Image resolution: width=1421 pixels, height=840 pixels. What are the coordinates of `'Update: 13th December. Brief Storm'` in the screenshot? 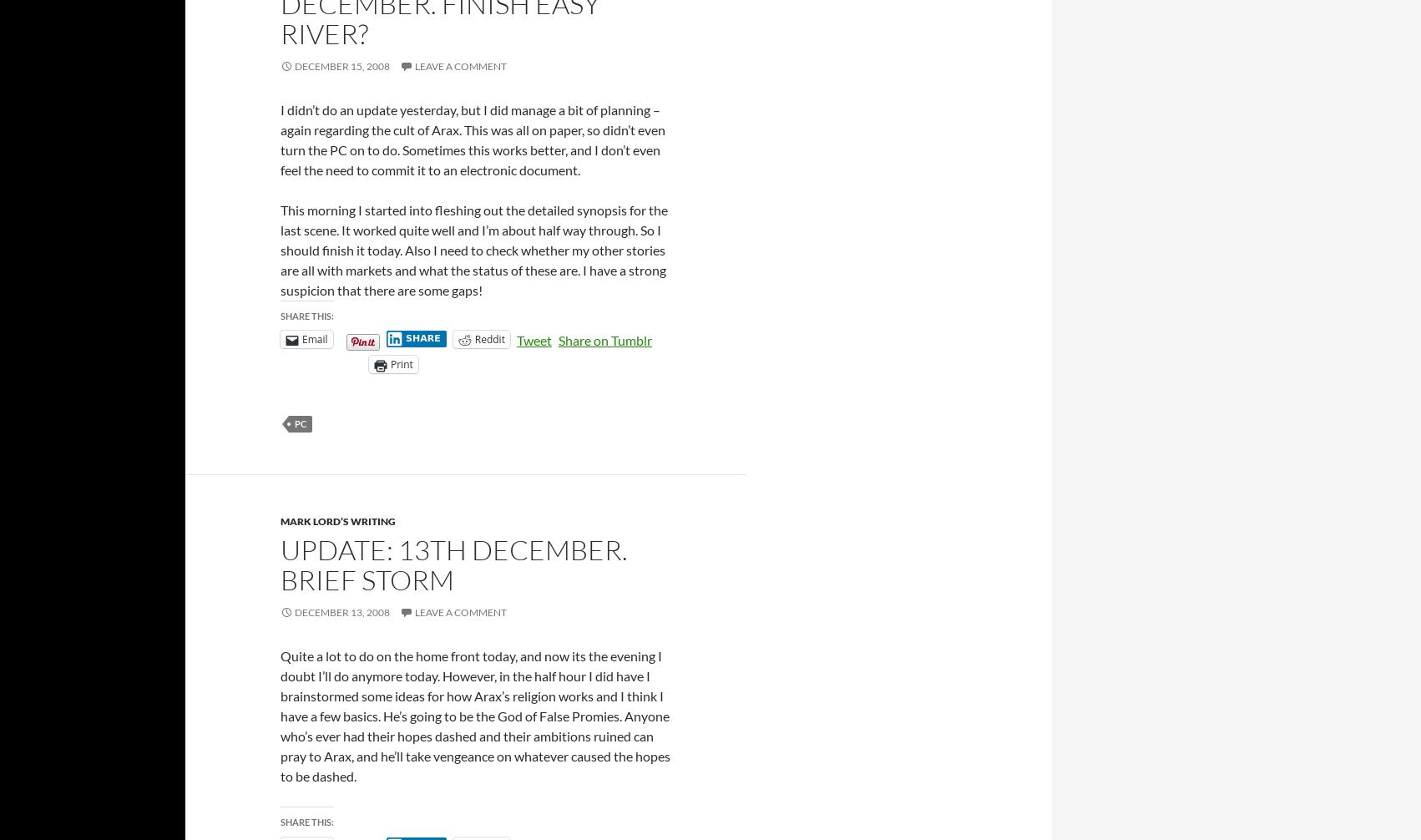 It's located at (453, 564).